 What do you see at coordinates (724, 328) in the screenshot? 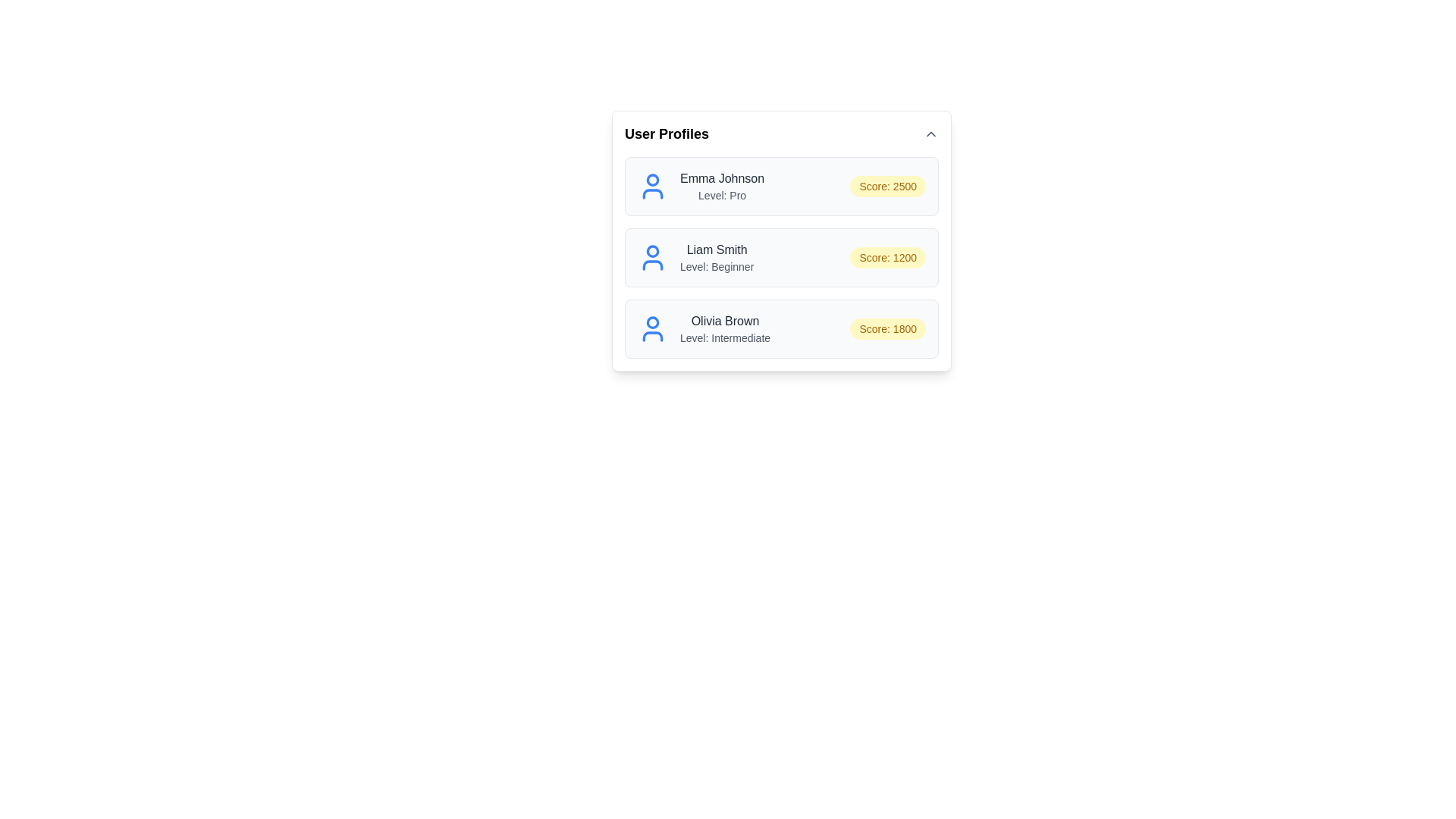
I see `the Text Display Block that shows the user's name and level designation, located as the third entry in the 'User Profiles' section, below 'Liam Smith'` at bounding box center [724, 328].